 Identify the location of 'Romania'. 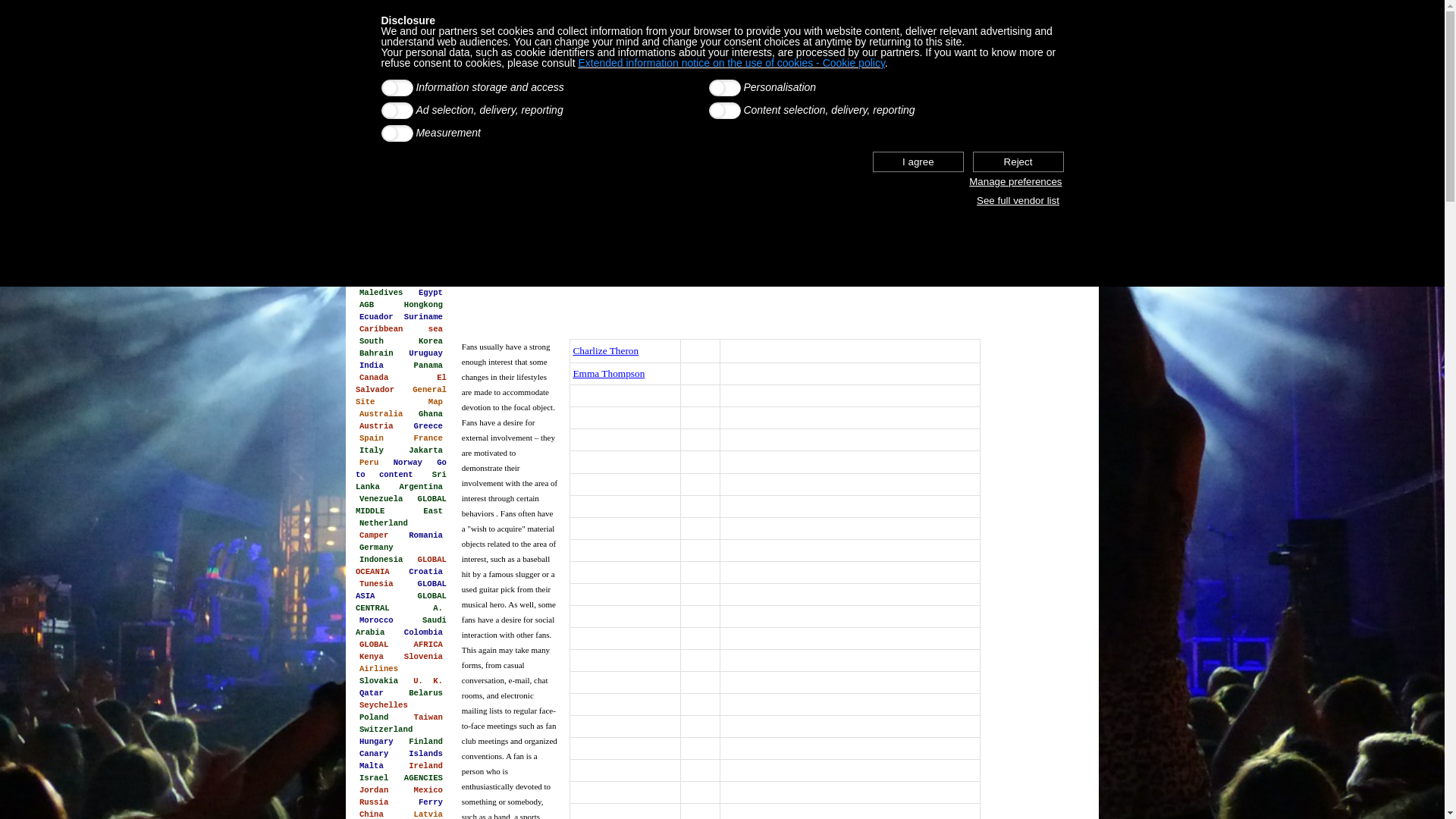
(425, 534).